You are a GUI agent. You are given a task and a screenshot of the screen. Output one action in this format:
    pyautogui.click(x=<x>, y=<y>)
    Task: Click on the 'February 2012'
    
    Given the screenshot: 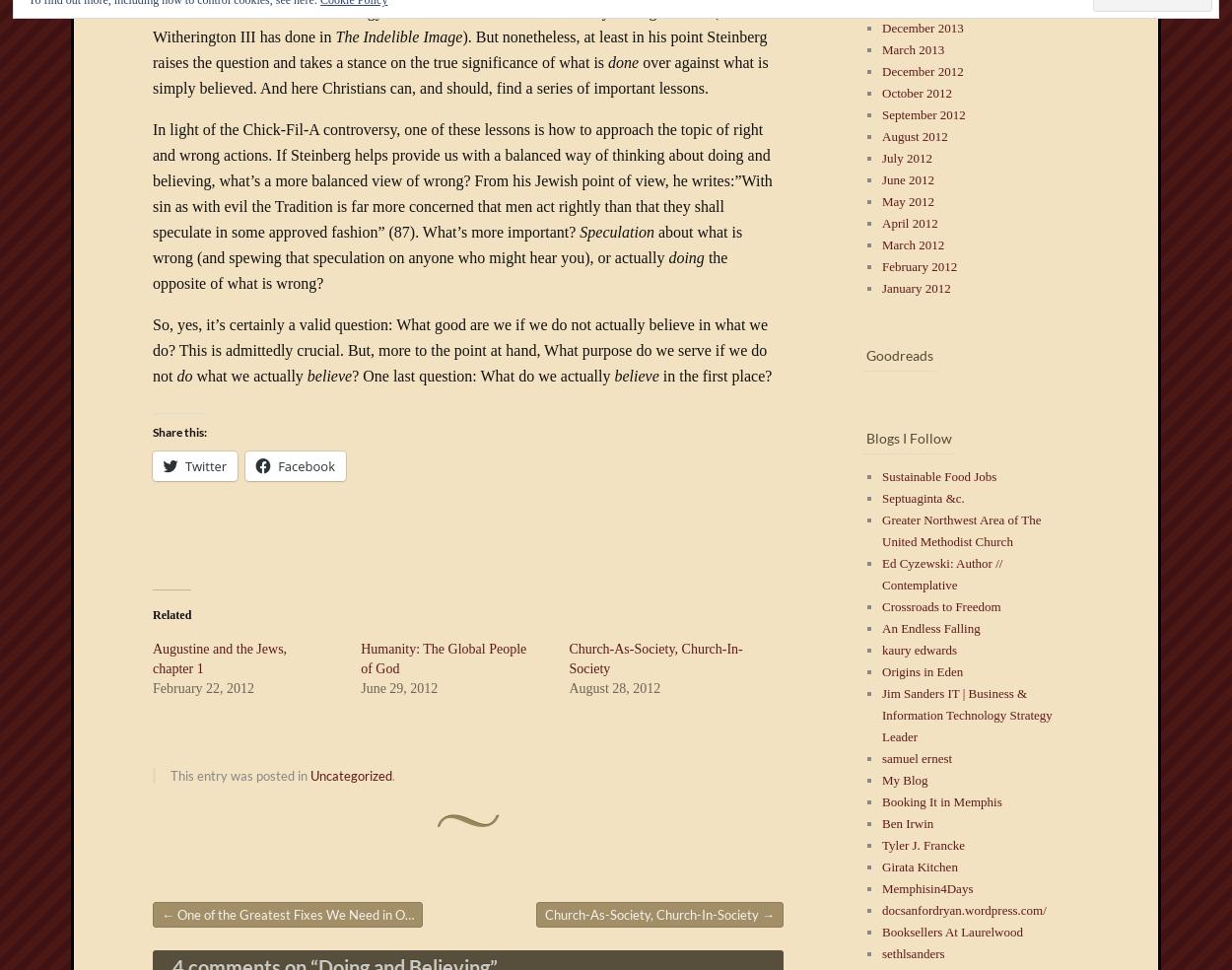 What is the action you would take?
    pyautogui.click(x=882, y=265)
    